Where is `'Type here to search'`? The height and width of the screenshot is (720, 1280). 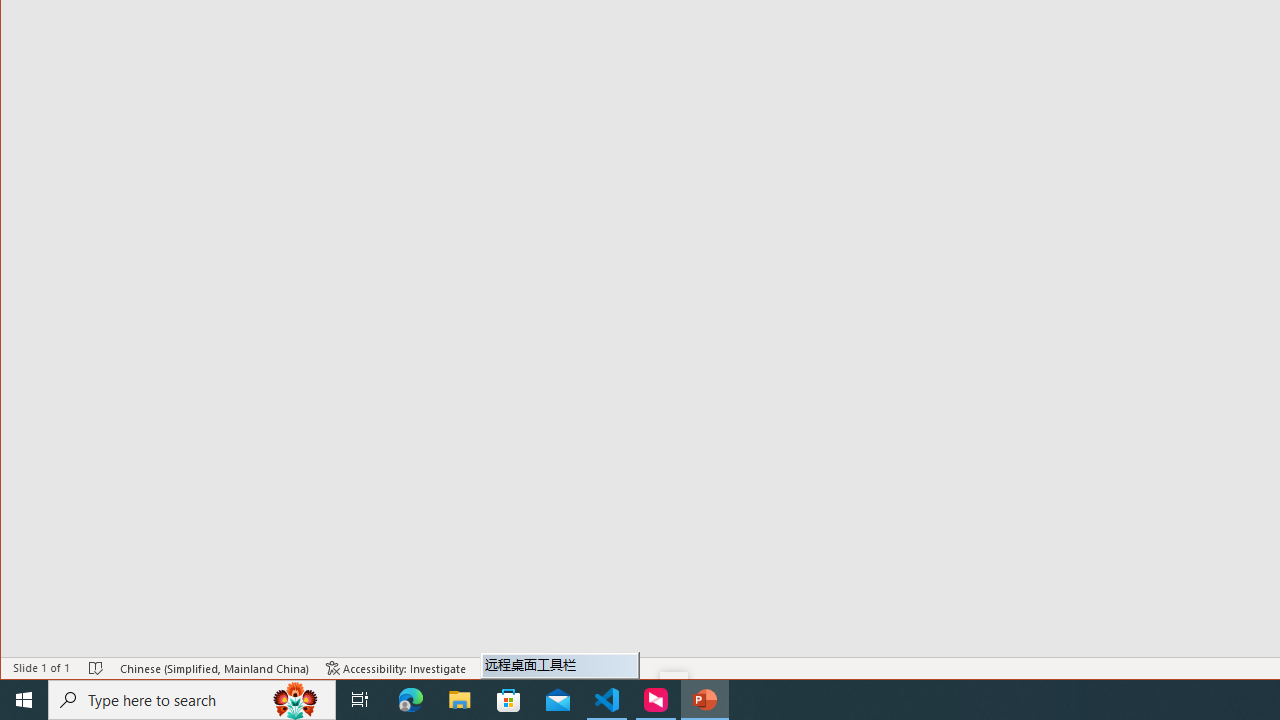 'Type here to search' is located at coordinates (192, 698).